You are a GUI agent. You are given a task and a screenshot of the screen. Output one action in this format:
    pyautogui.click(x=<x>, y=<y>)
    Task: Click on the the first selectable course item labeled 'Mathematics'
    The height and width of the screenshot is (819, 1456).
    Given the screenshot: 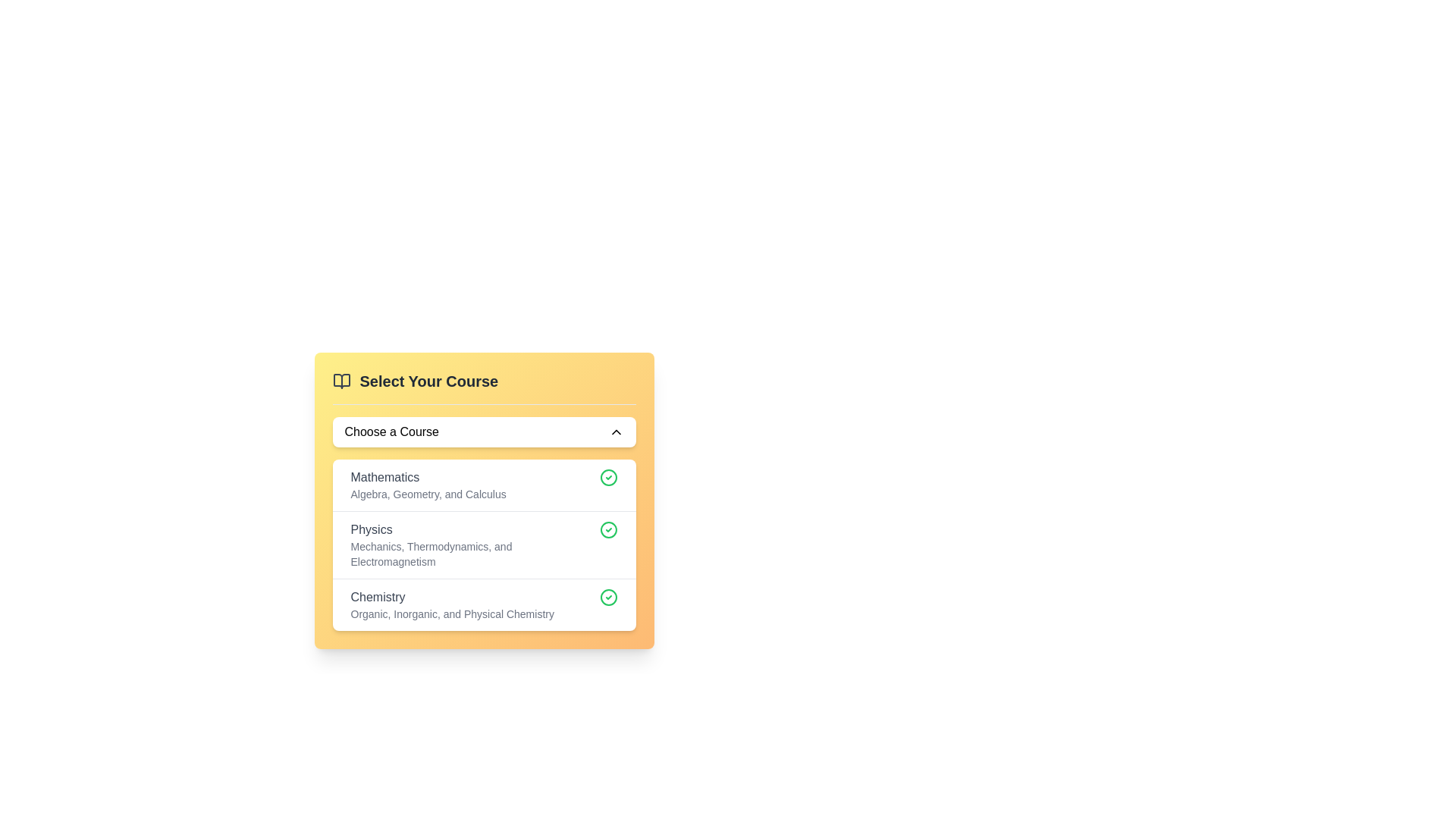 What is the action you would take?
    pyautogui.click(x=483, y=485)
    